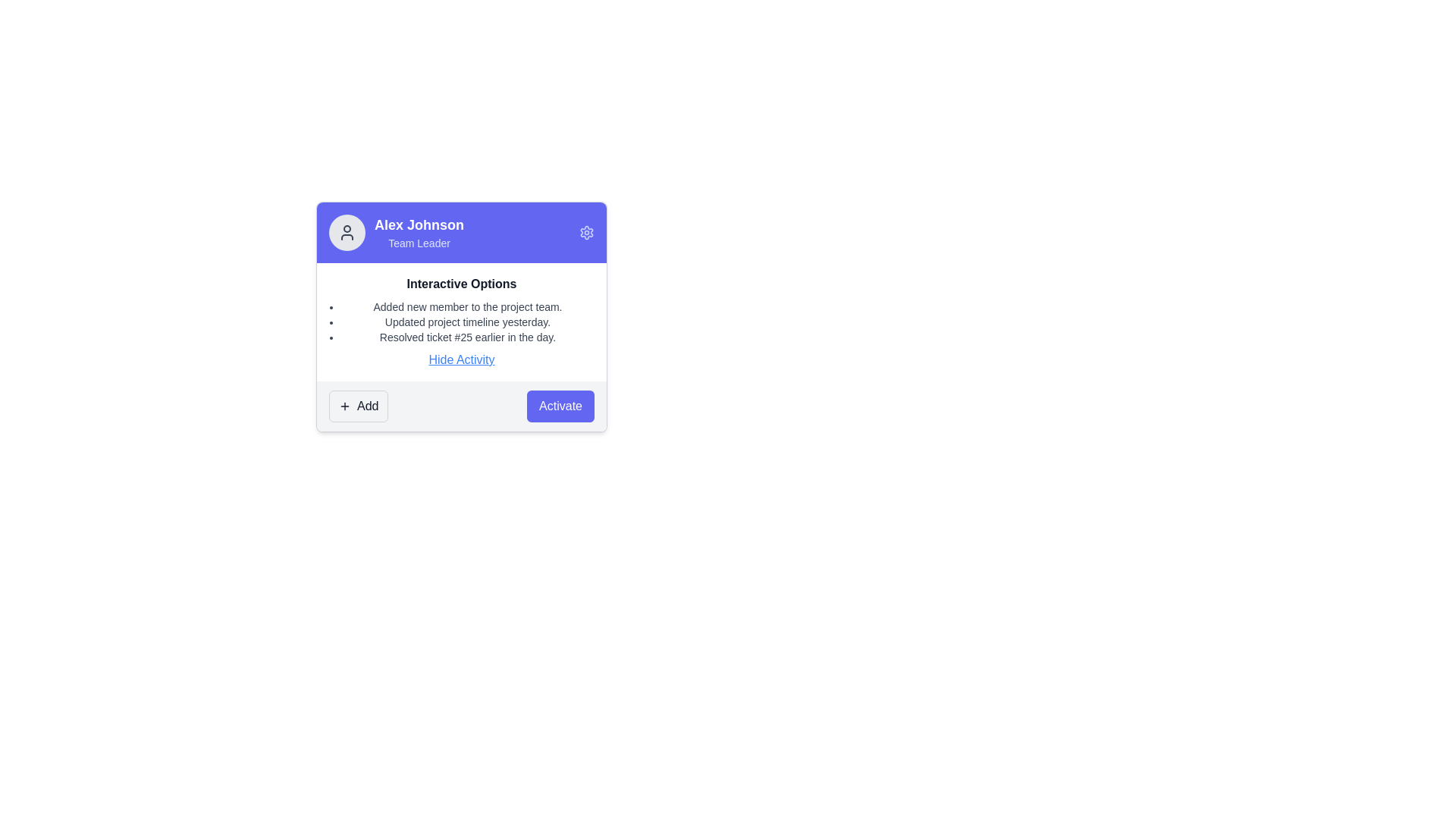 The width and height of the screenshot is (1456, 819). What do you see at coordinates (346, 233) in the screenshot?
I see `the user icon SVG element, which is a simplified avatar located in the upper-left corner of the purple header bar of the profile card` at bounding box center [346, 233].